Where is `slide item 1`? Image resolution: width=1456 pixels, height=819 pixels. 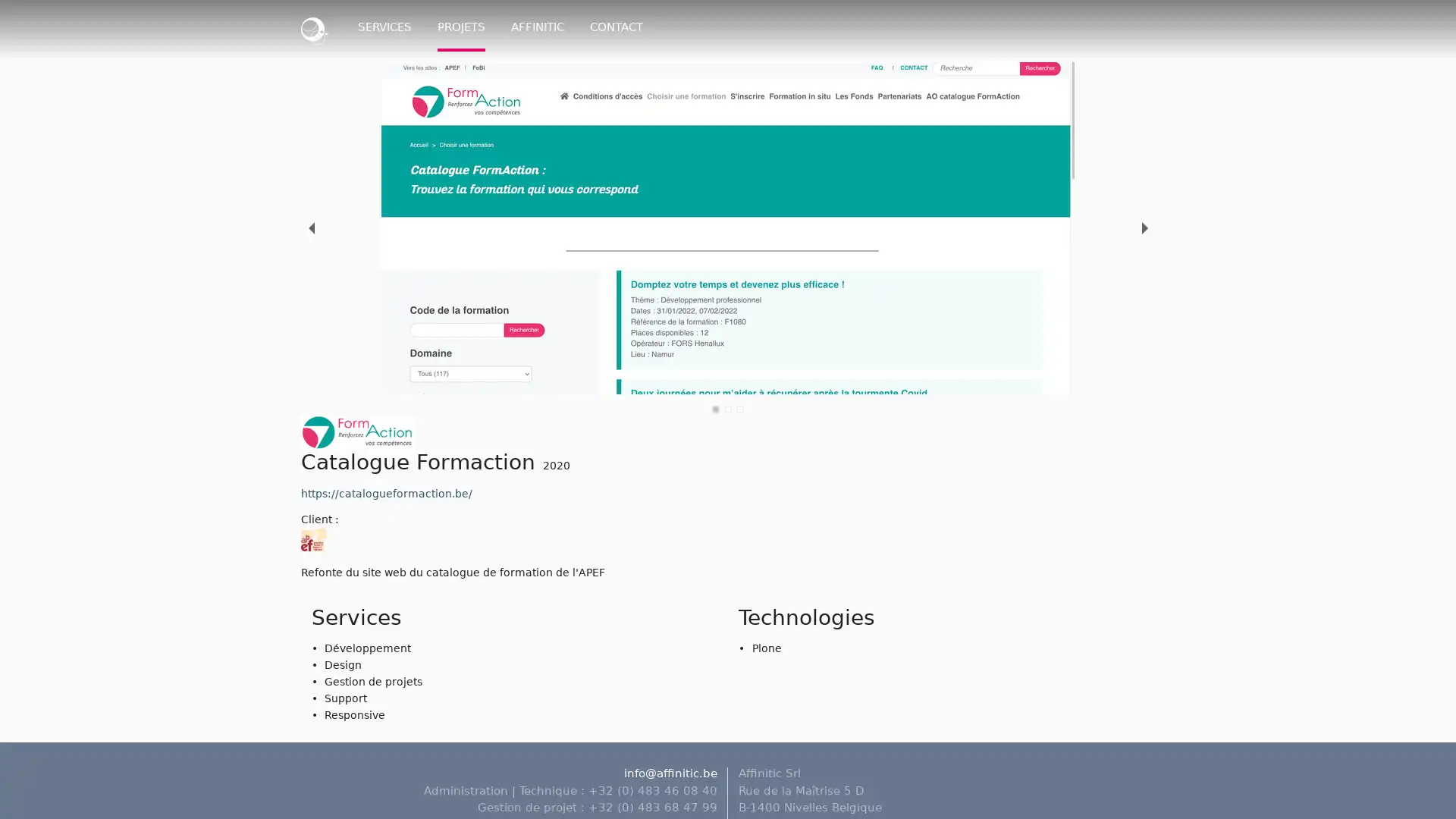
slide item 1 is located at coordinates (715, 494).